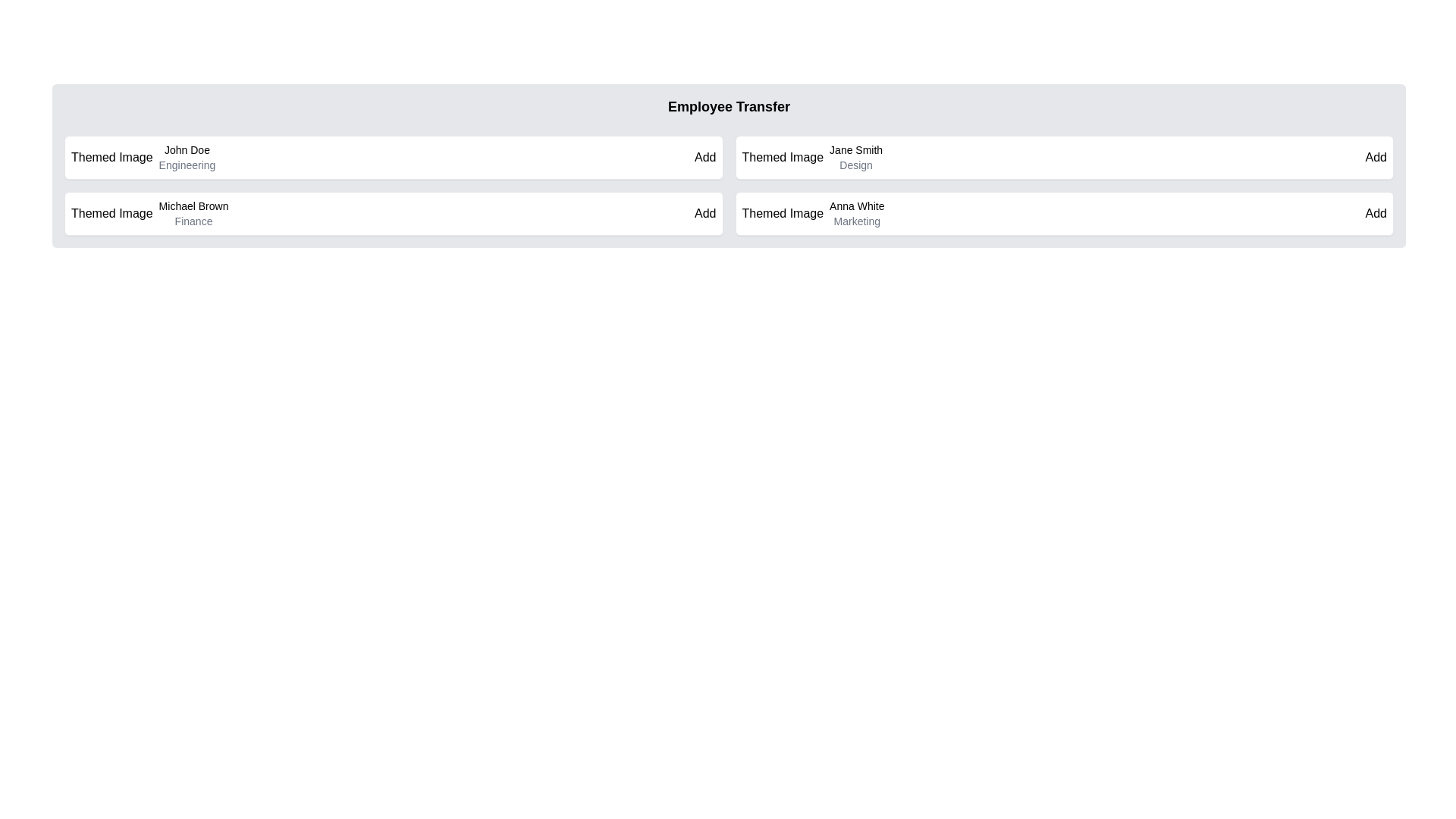 The width and height of the screenshot is (1456, 819). Describe the element at coordinates (783, 213) in the screenshot. I see `the text label indicating the themed image associated with the card's content, located at the top-left corner of the card structure` at that location.